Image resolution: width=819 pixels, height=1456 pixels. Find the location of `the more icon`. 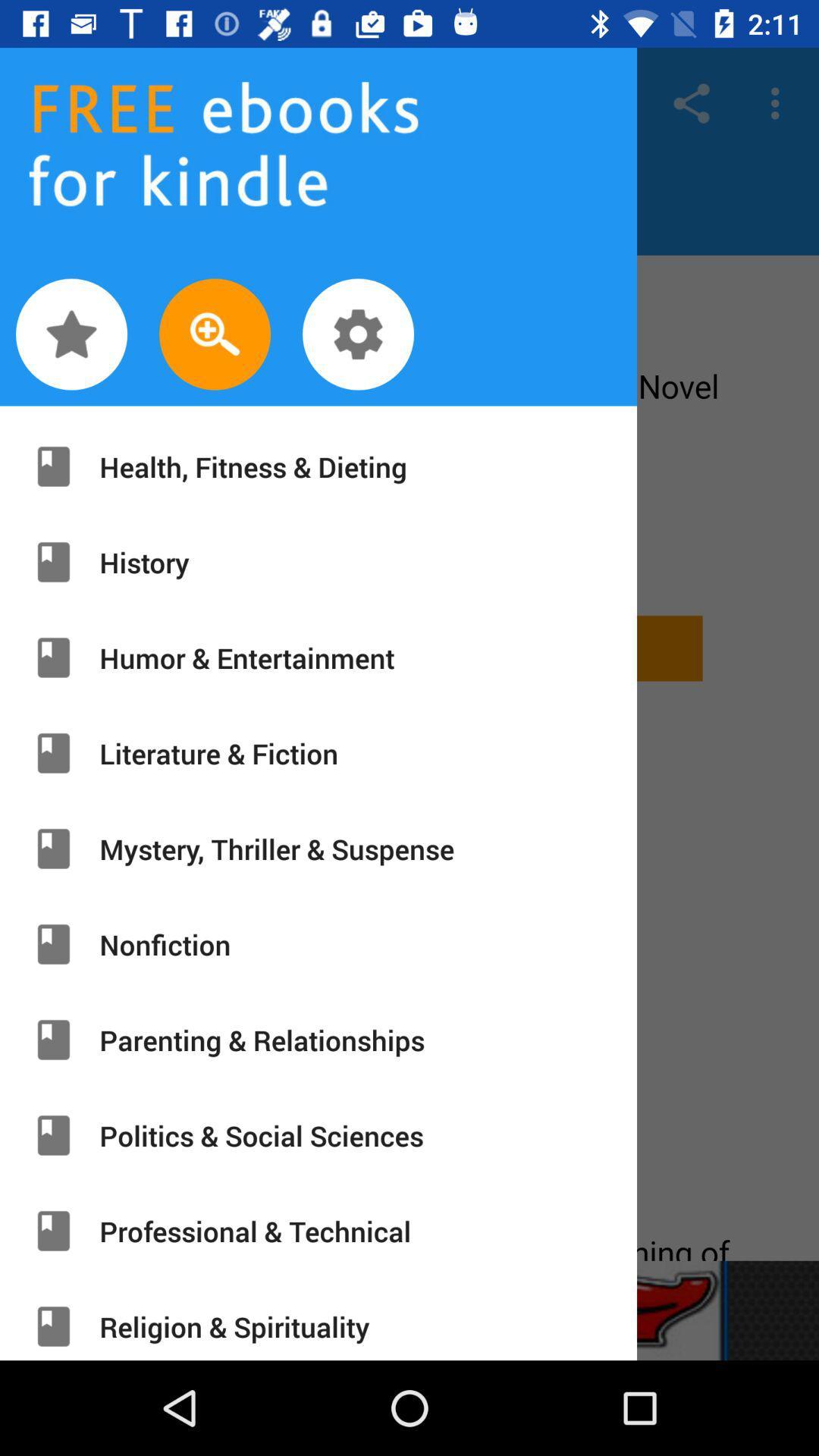

the more icon is located at coordinates (779, 102).